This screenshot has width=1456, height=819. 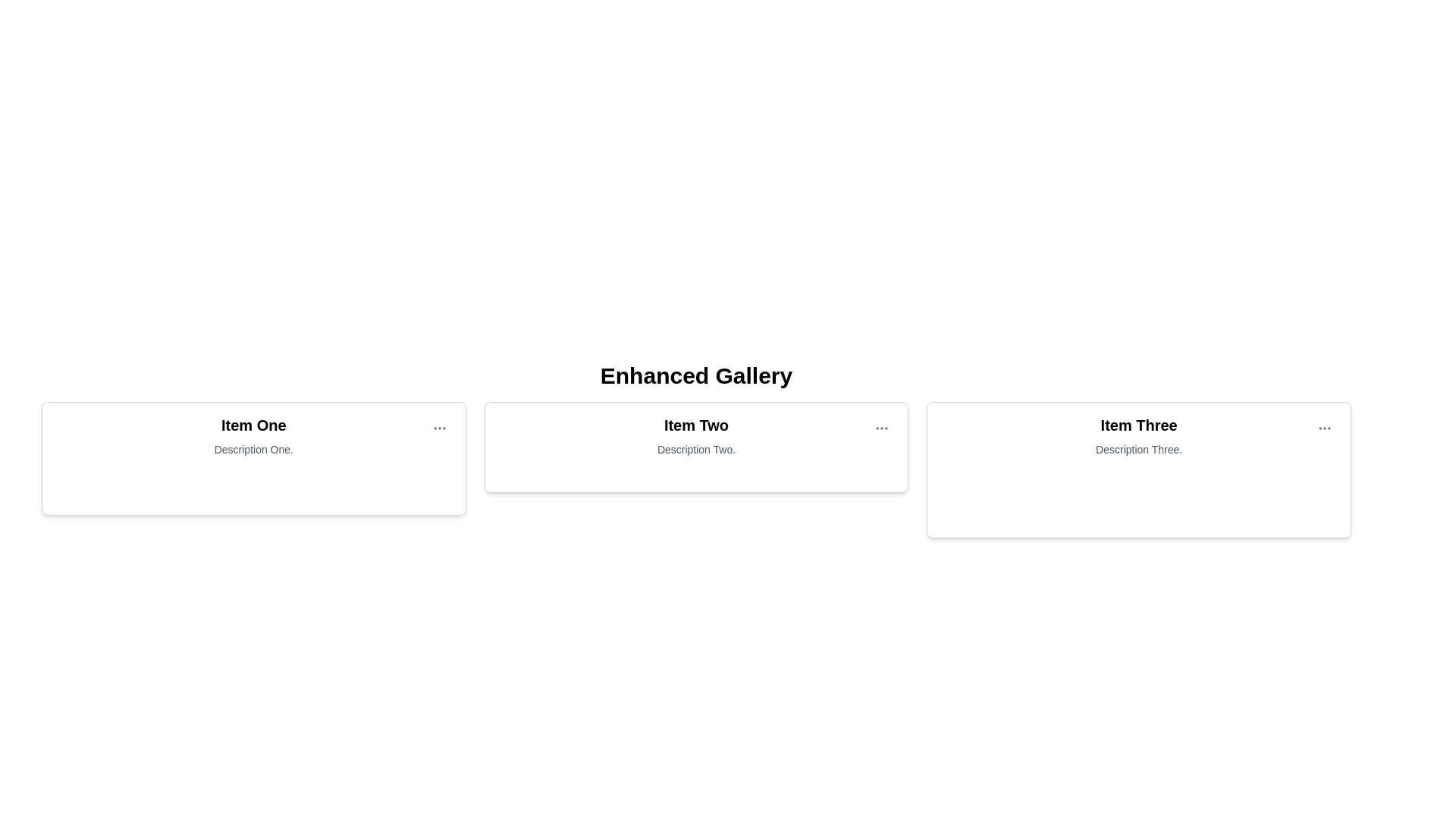 I want to click on description text located in the card section under the heading 'Item One', just above the three-dot menu icon, so click(x=253, y=449).